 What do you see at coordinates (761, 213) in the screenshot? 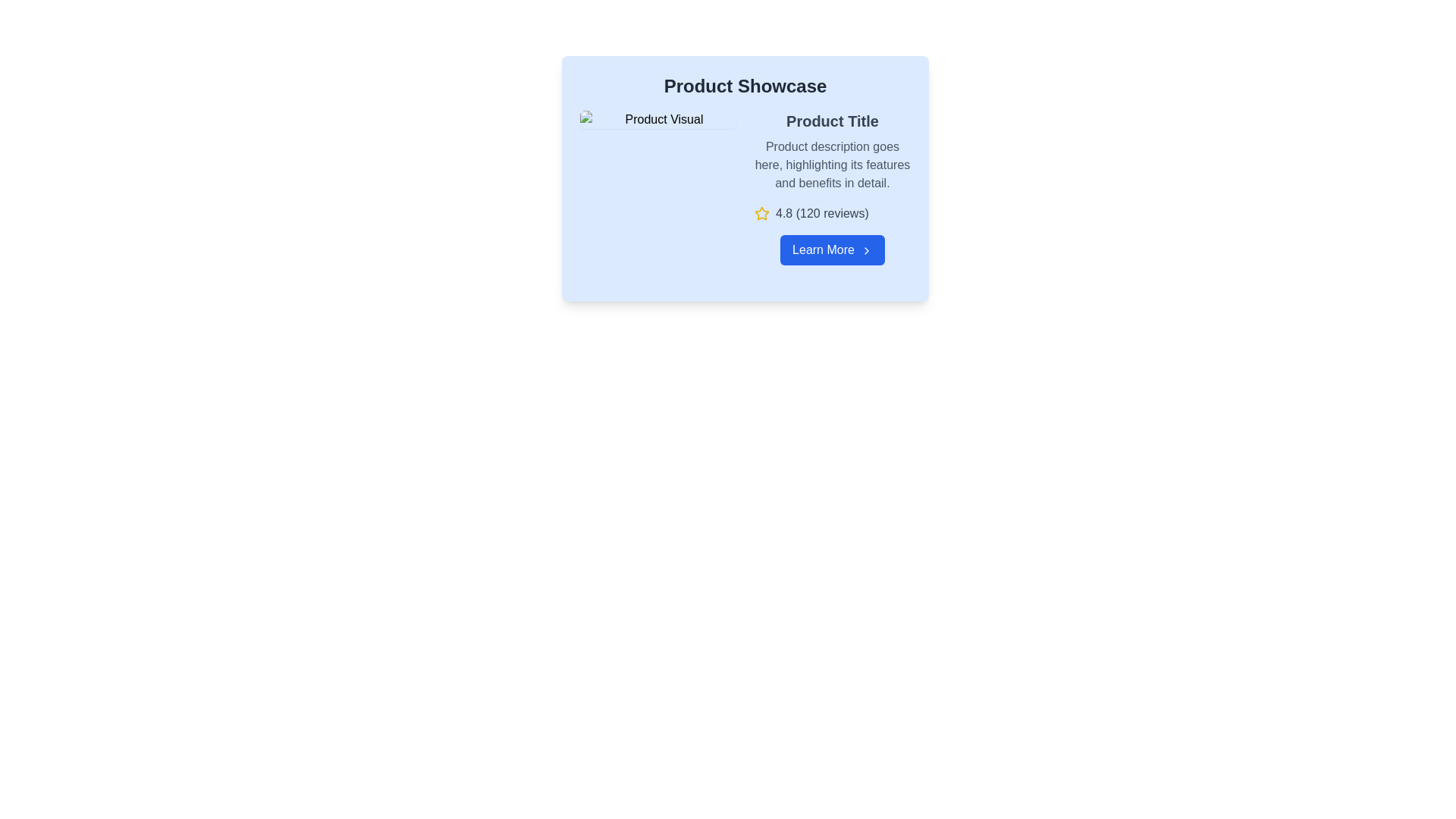
I see `the star icon that represents the rating, located in the lower-left part of the card, next to '4.8 (120 reviews)'` at bounding box center [761, 213].